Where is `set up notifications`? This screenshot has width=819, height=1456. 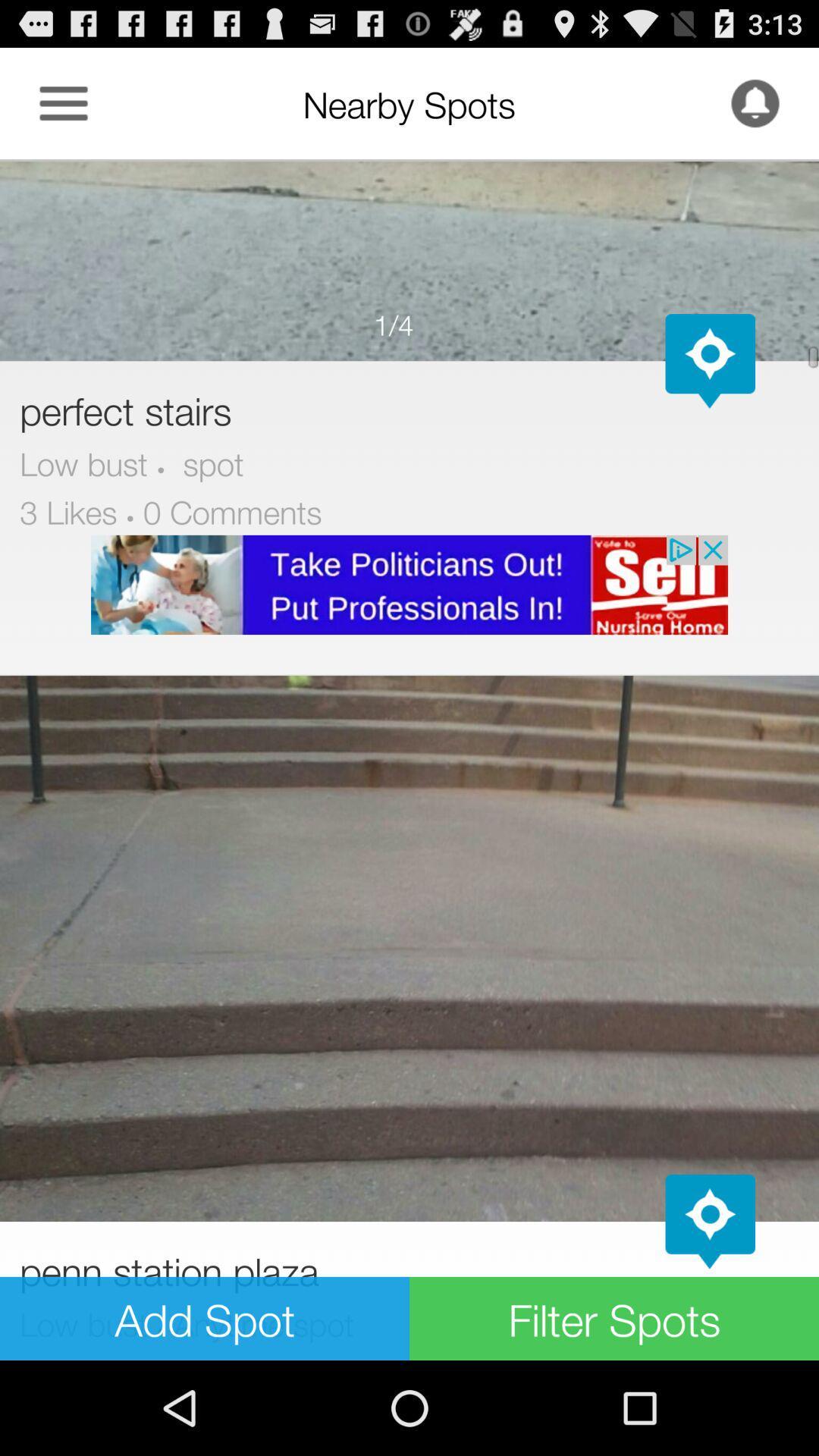
set up notifications is located at coordinates (755, 102).